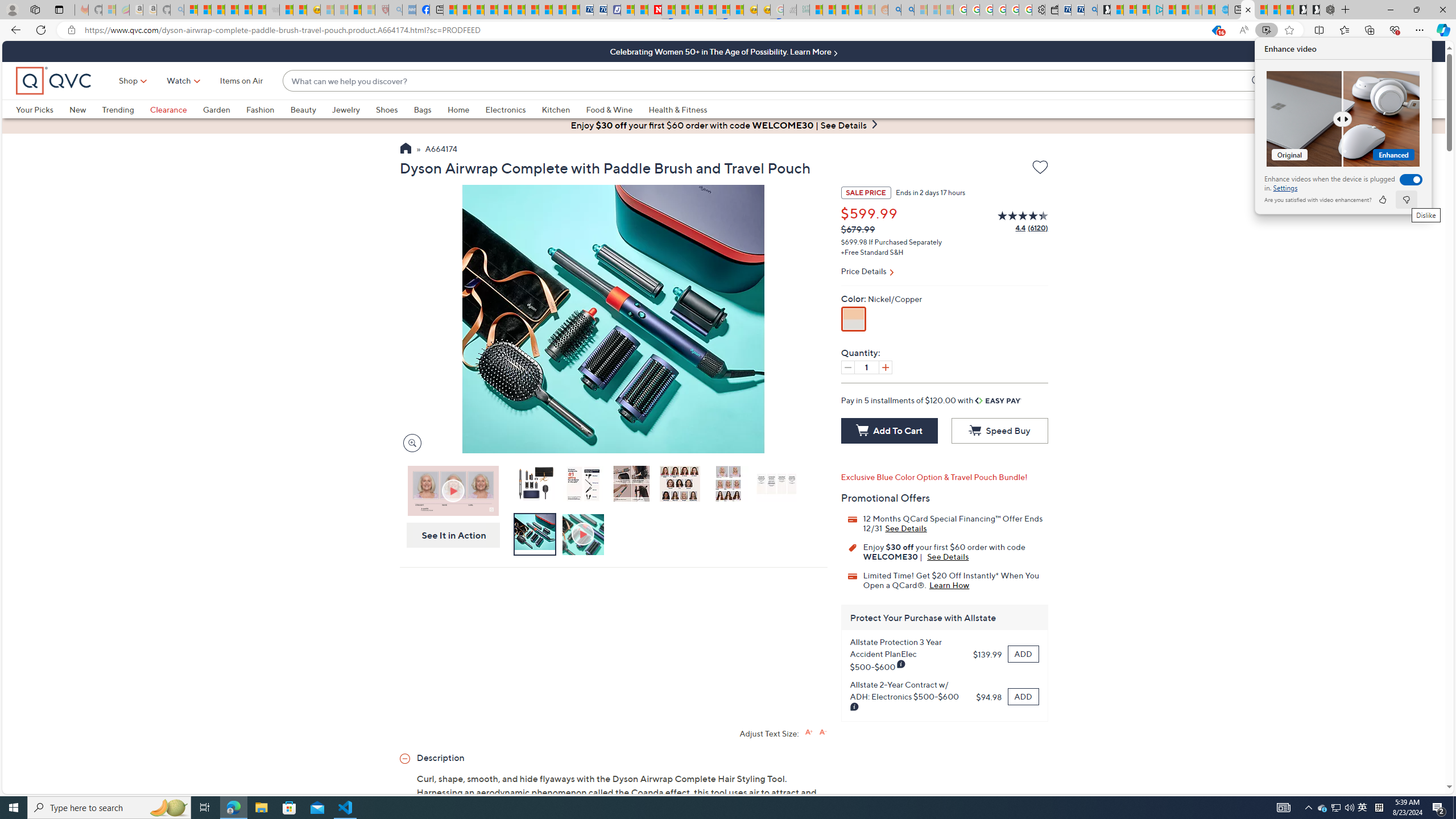  I want to click on 'A664174', so click(440, 150).